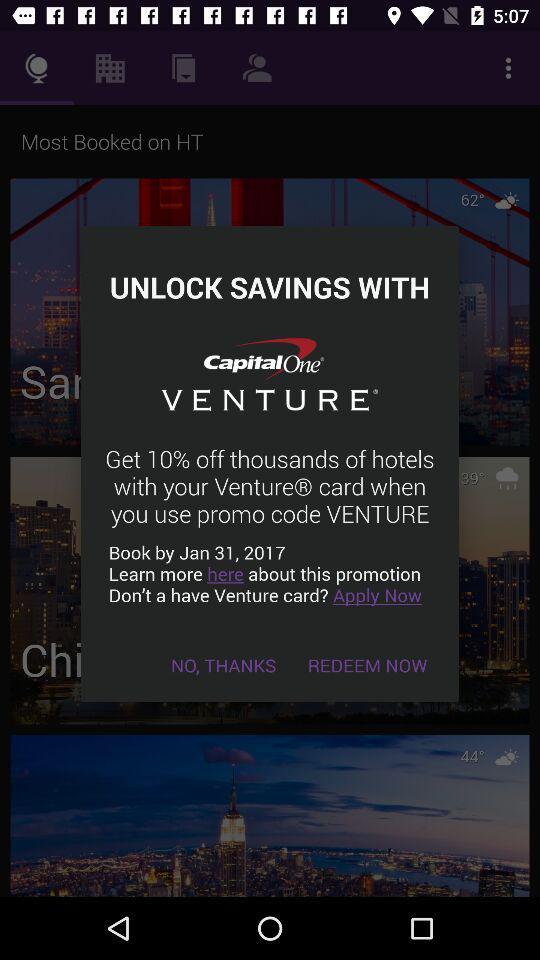 This screenshot has width=540, height=960. I want to click on the icon above no, thanks icon, so click(270, 573).